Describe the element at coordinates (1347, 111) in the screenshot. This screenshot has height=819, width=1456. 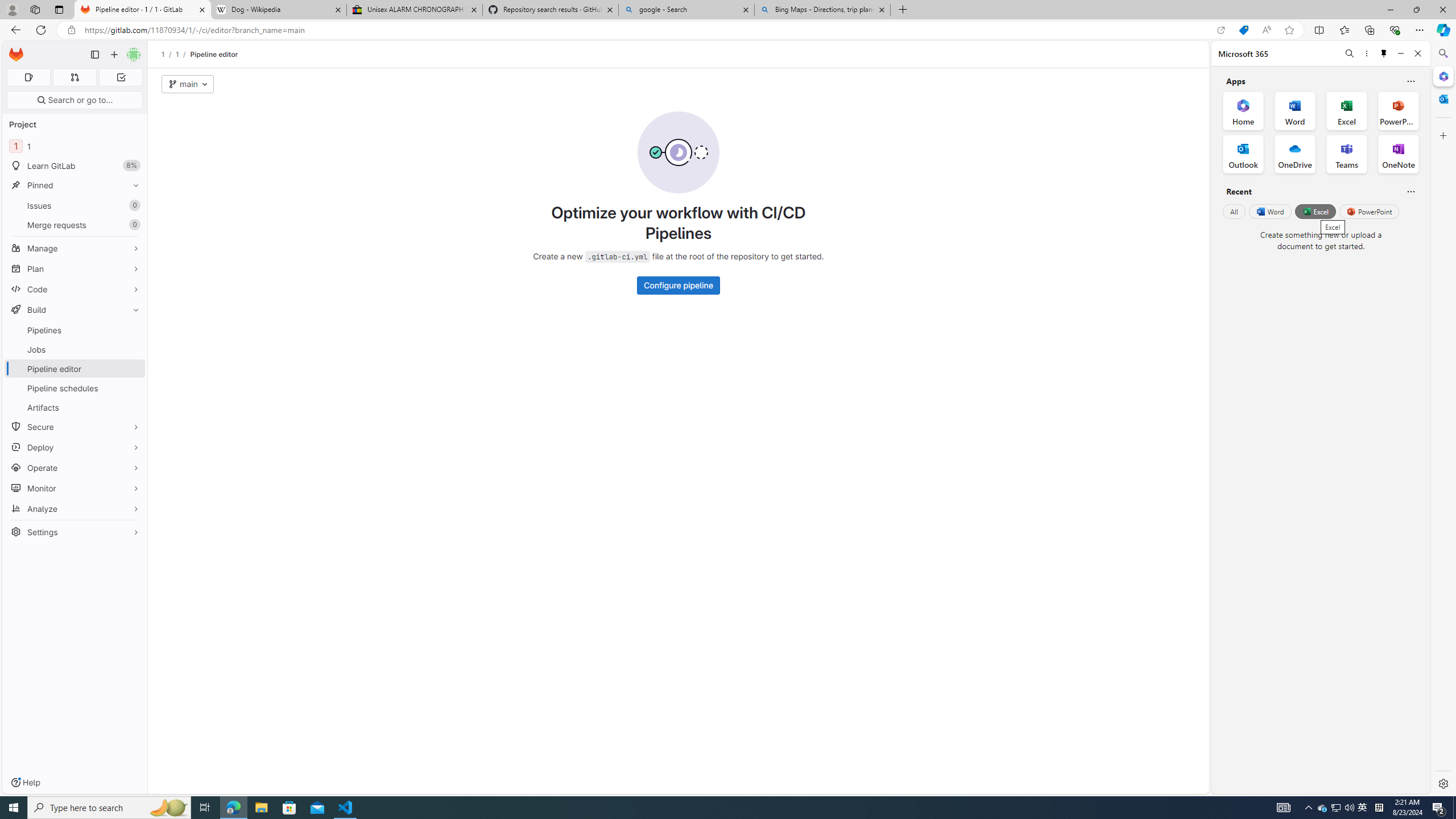
I see `'Excel Office App'` at that location.